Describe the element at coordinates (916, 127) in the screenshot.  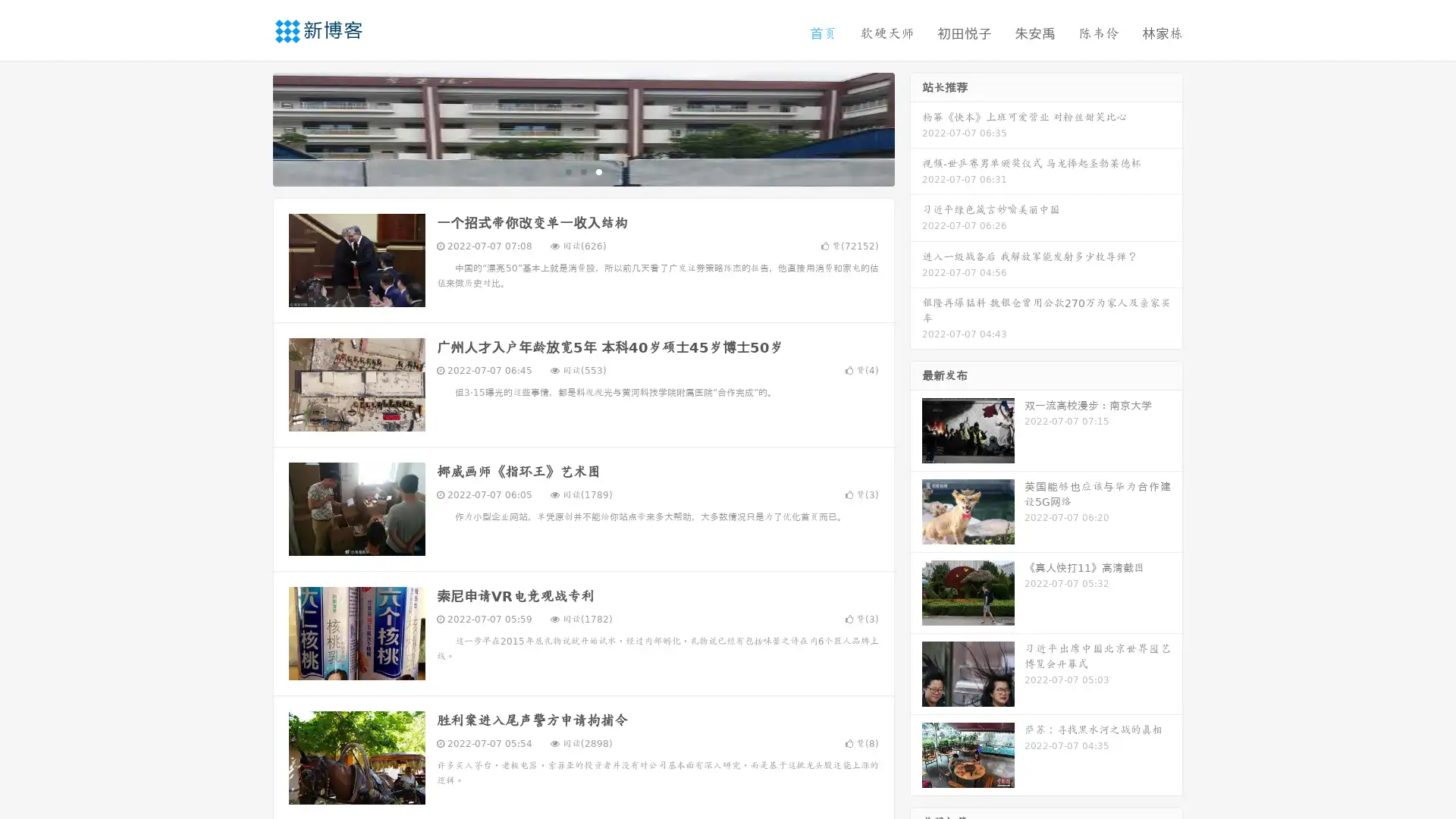
I see `Next slide` at that location.